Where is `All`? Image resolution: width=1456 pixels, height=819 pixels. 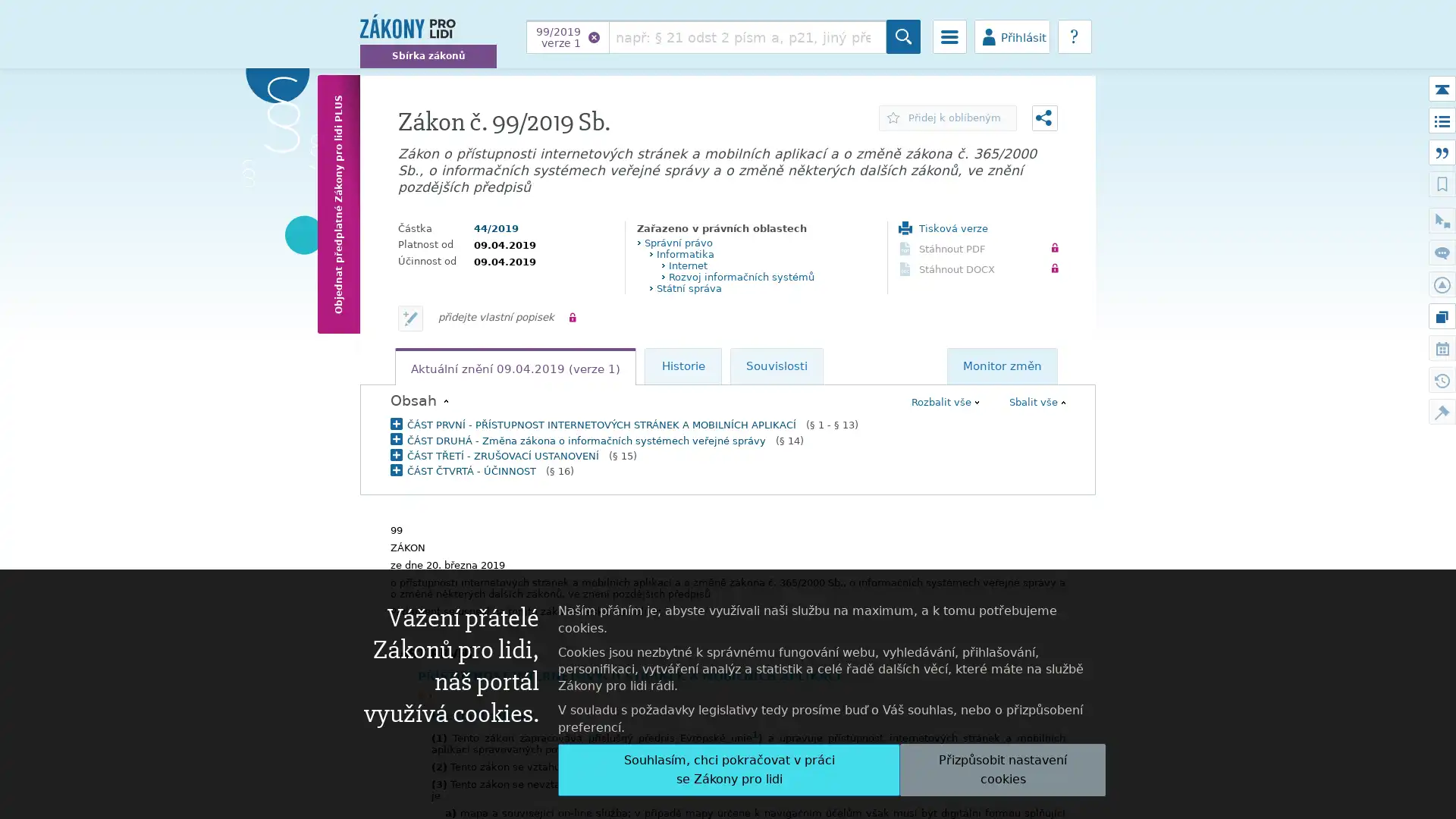
All is located at coordinates (729, 769).